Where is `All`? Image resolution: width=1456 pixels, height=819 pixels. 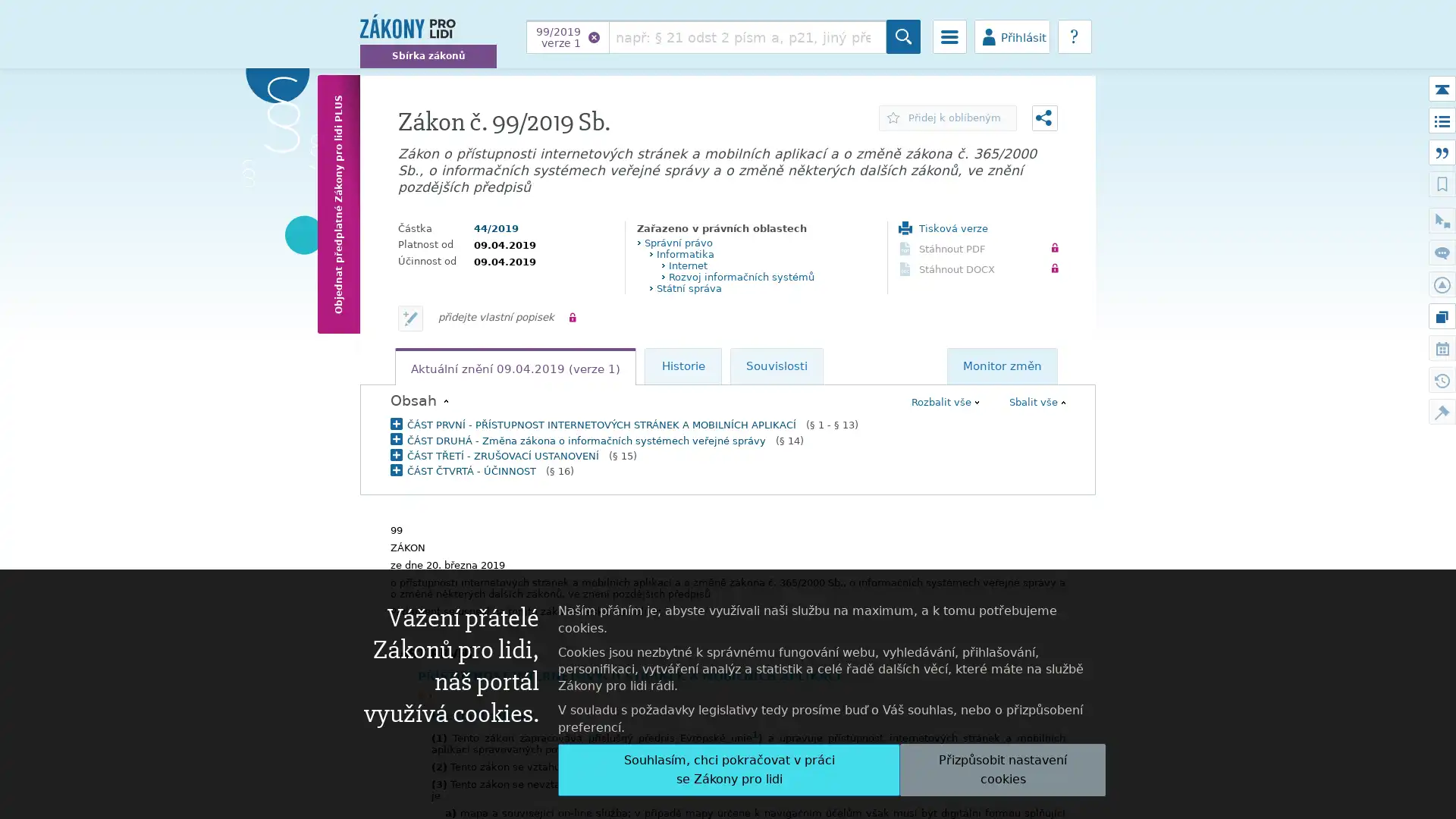
All is located at coordinates (729, 769).